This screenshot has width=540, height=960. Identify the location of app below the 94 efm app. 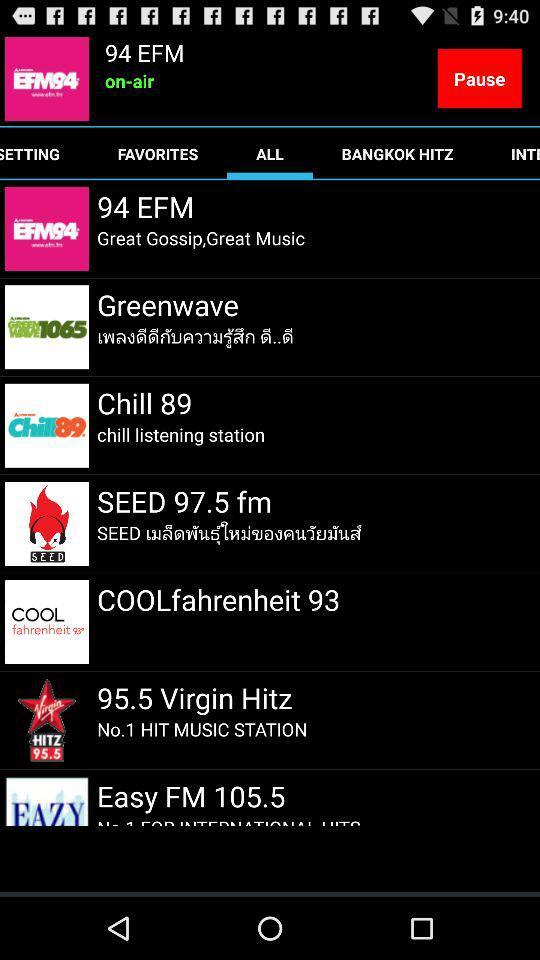
(201, 238).